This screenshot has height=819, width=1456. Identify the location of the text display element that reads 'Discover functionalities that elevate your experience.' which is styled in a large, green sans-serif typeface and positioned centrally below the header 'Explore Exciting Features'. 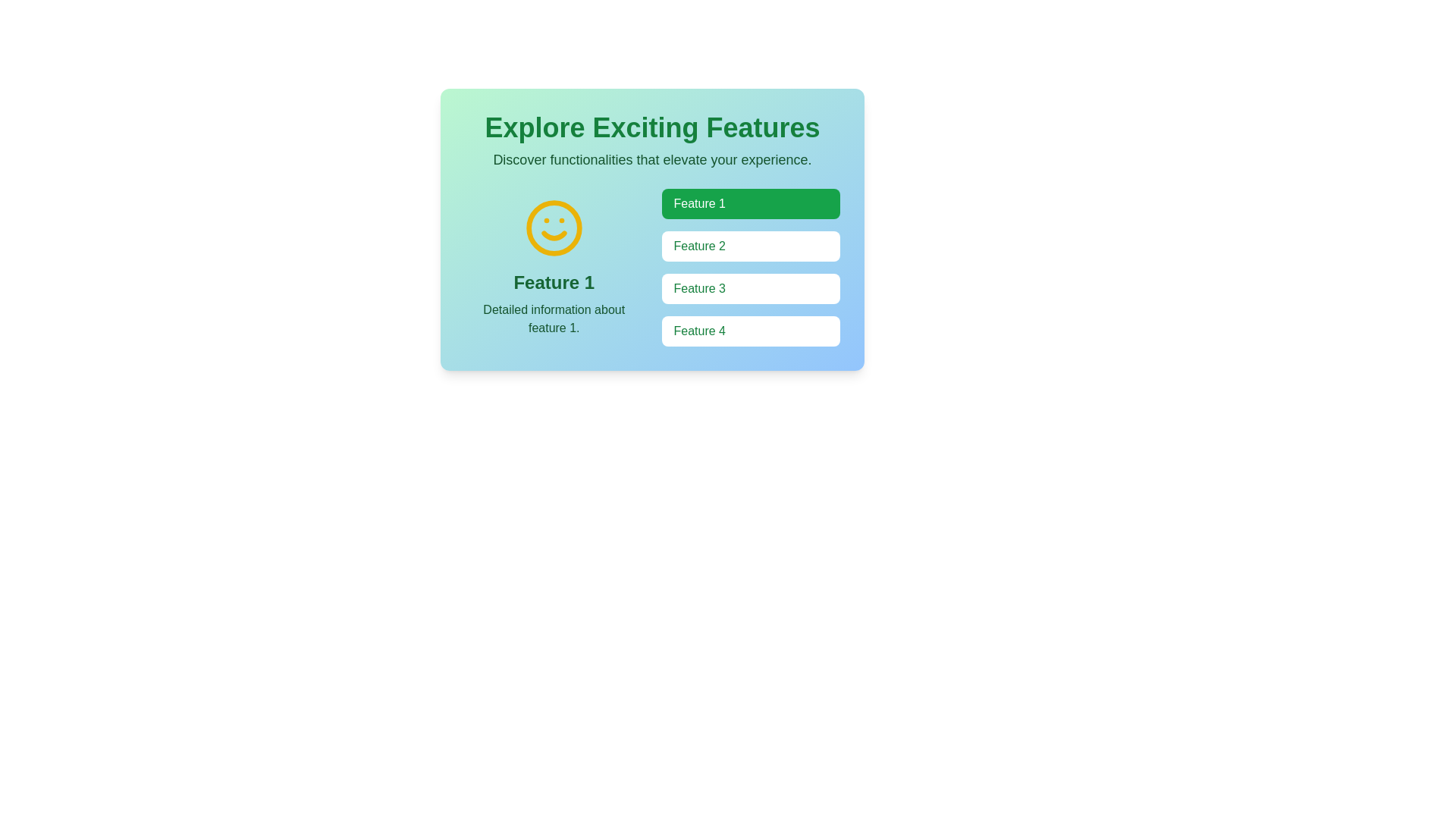
(652, 160).